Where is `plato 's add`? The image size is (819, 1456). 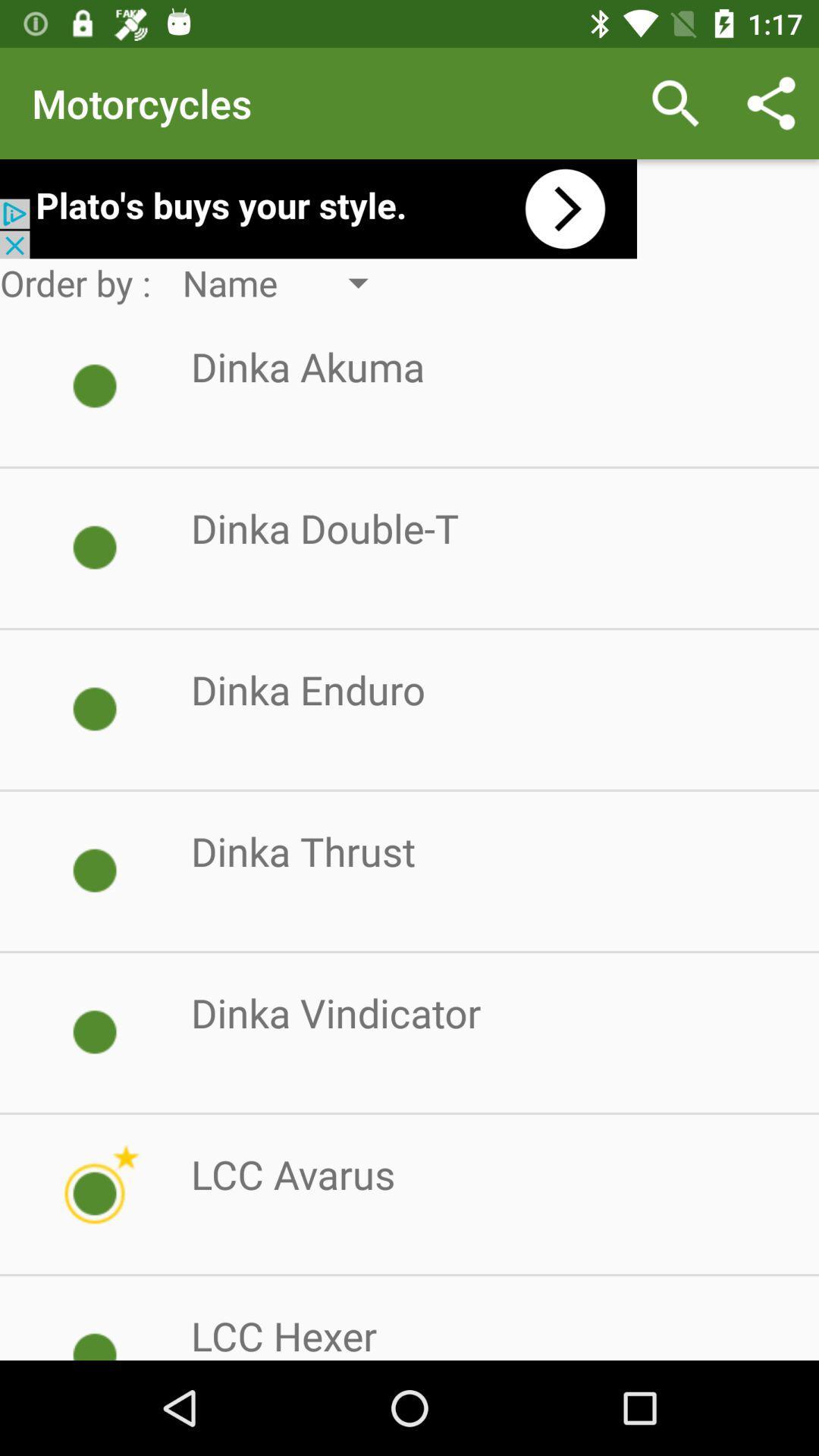
plato 's add is located at coordinates (318, 208).